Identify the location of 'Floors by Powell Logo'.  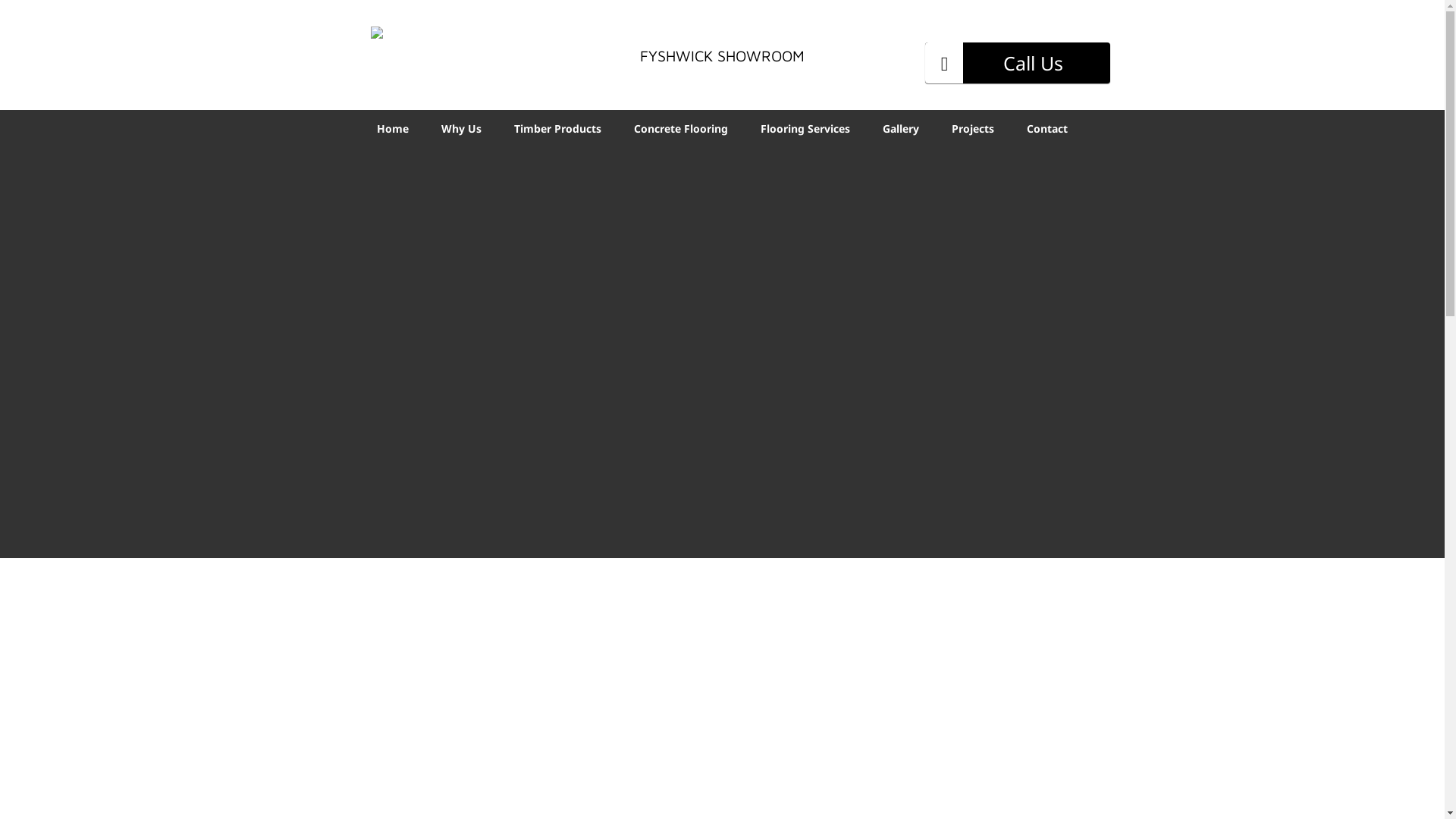
(425, 49).